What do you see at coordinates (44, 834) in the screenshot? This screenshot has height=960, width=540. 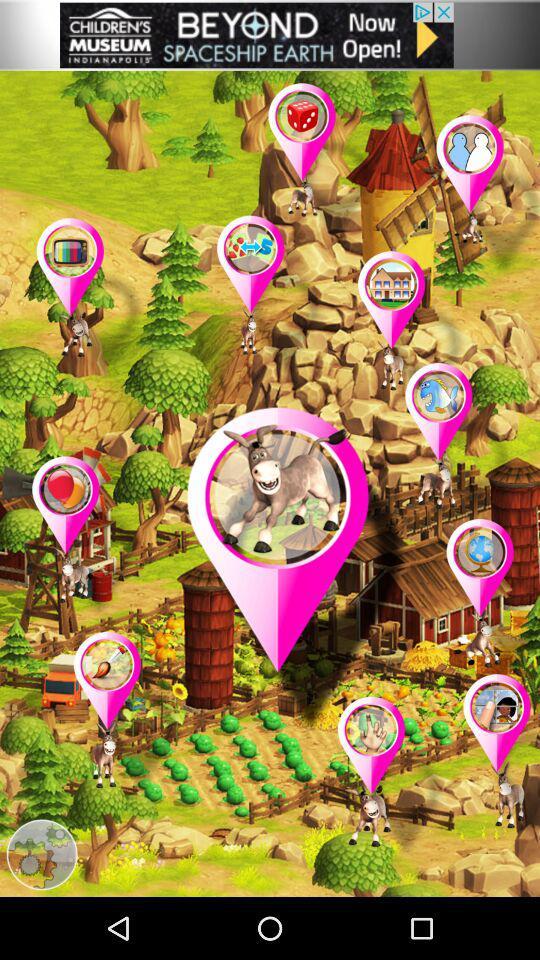 I see `the star icon` at bounding box center [44, 834].